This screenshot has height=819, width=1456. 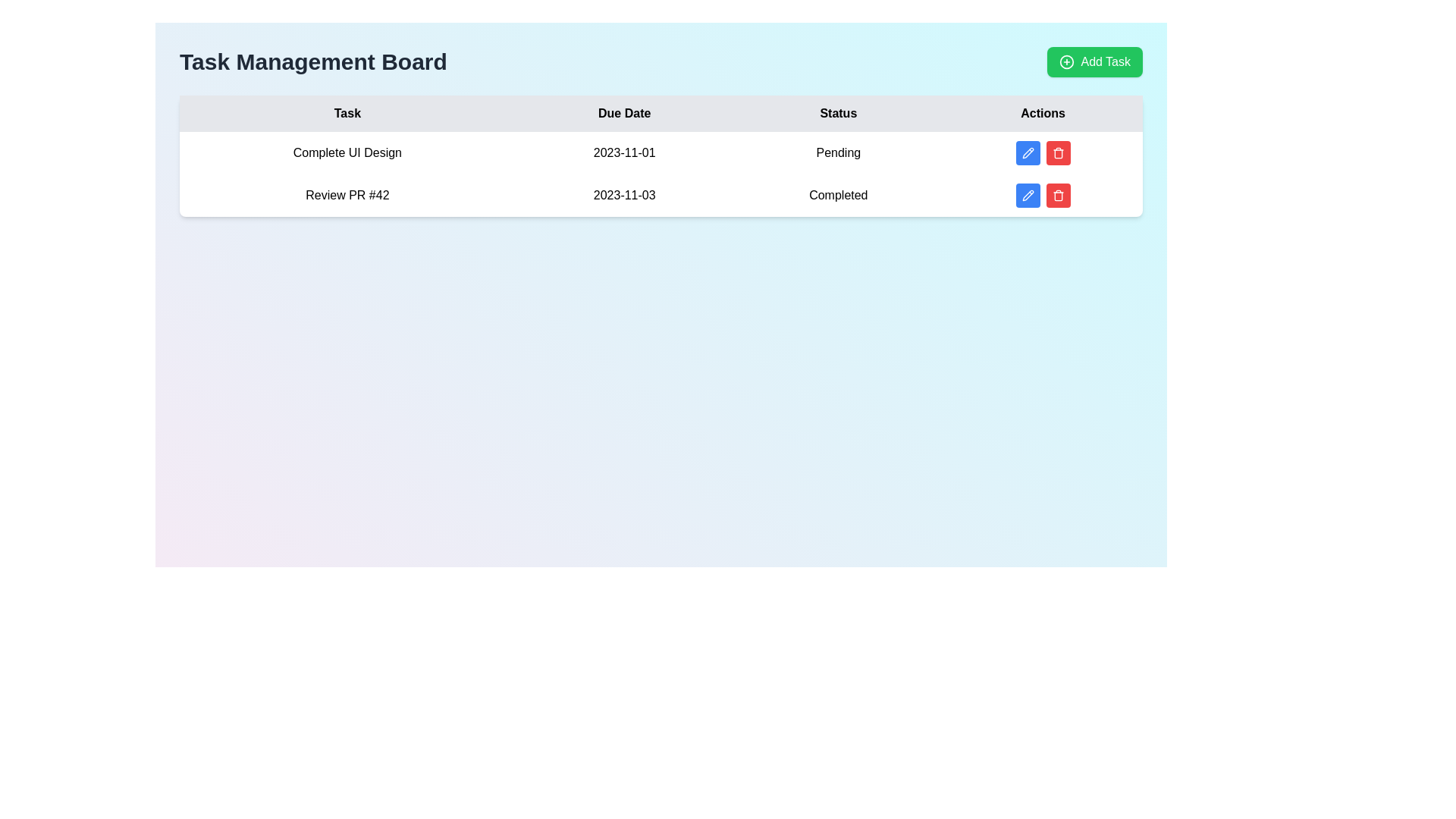 What do you see at coordinates (347, 195) in the screenshot?
I see `the static text label displaying the task titled 'Review PR #42', which is the second entry in the task list under the 'Task' column` at bounding box center [347, 195].